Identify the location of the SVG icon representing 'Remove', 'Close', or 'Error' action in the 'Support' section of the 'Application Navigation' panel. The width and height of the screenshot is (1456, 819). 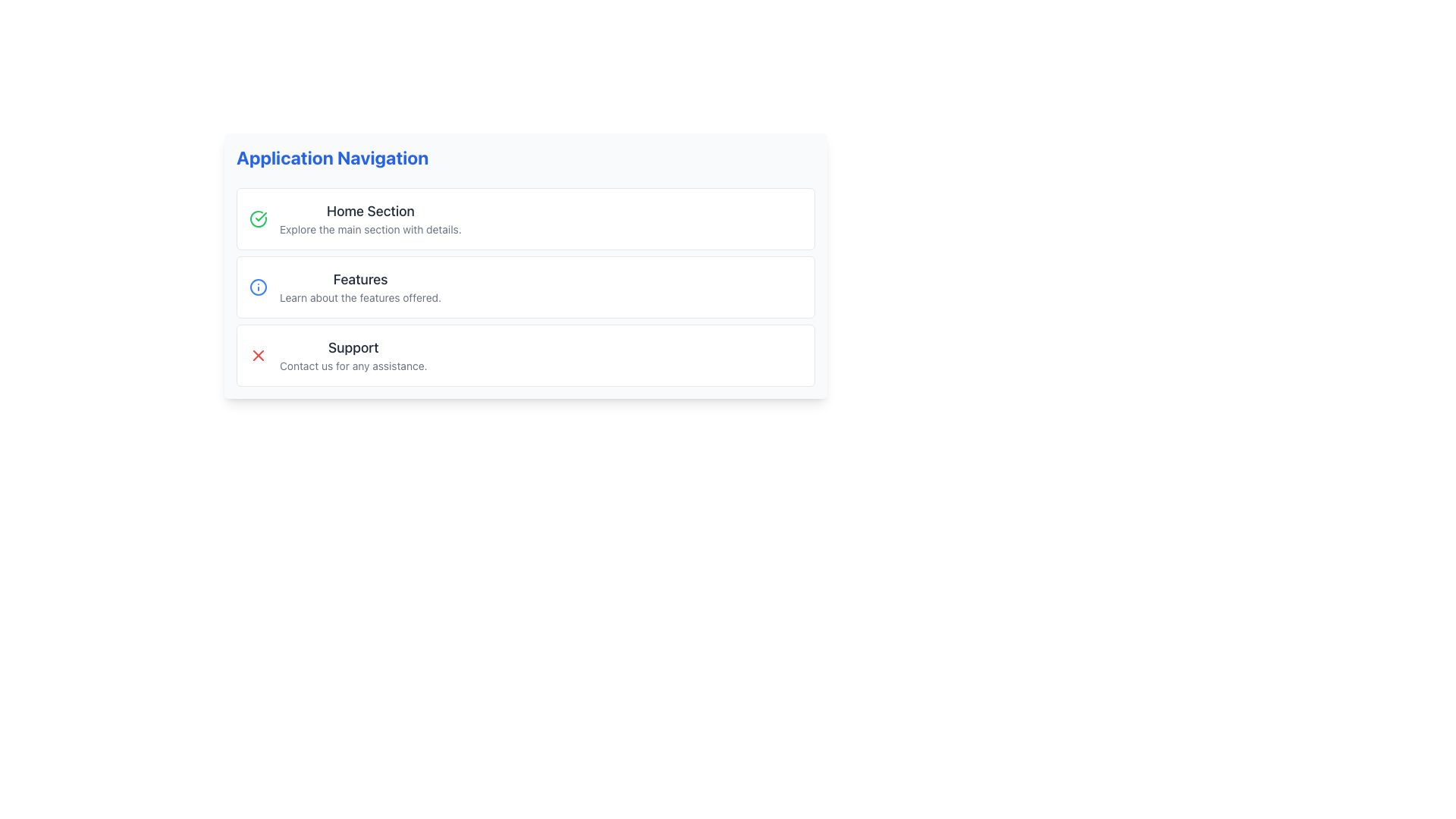
(258, 356).